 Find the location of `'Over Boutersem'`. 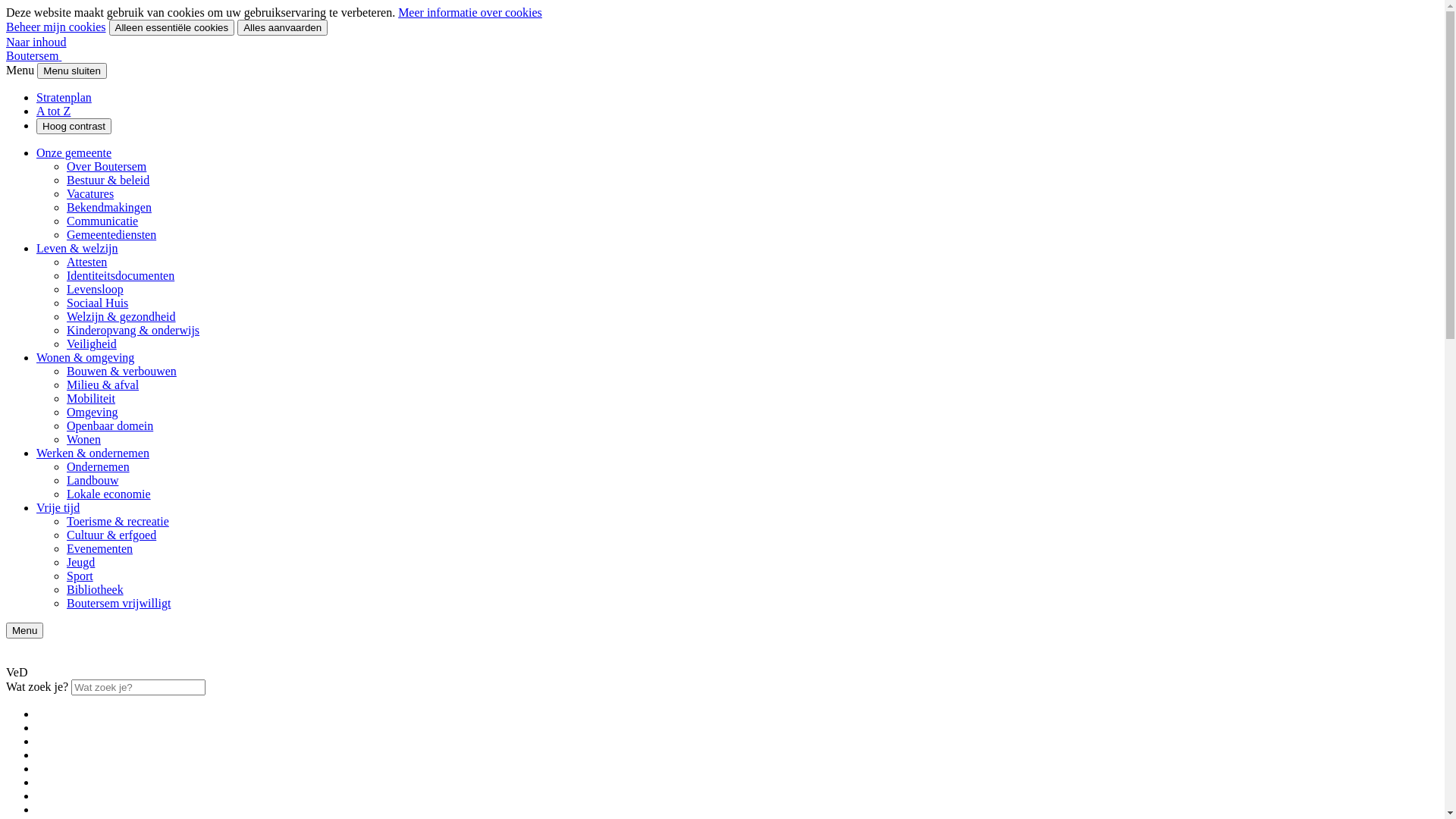

'Over Boutersem' is located at coordinates (105, 166).